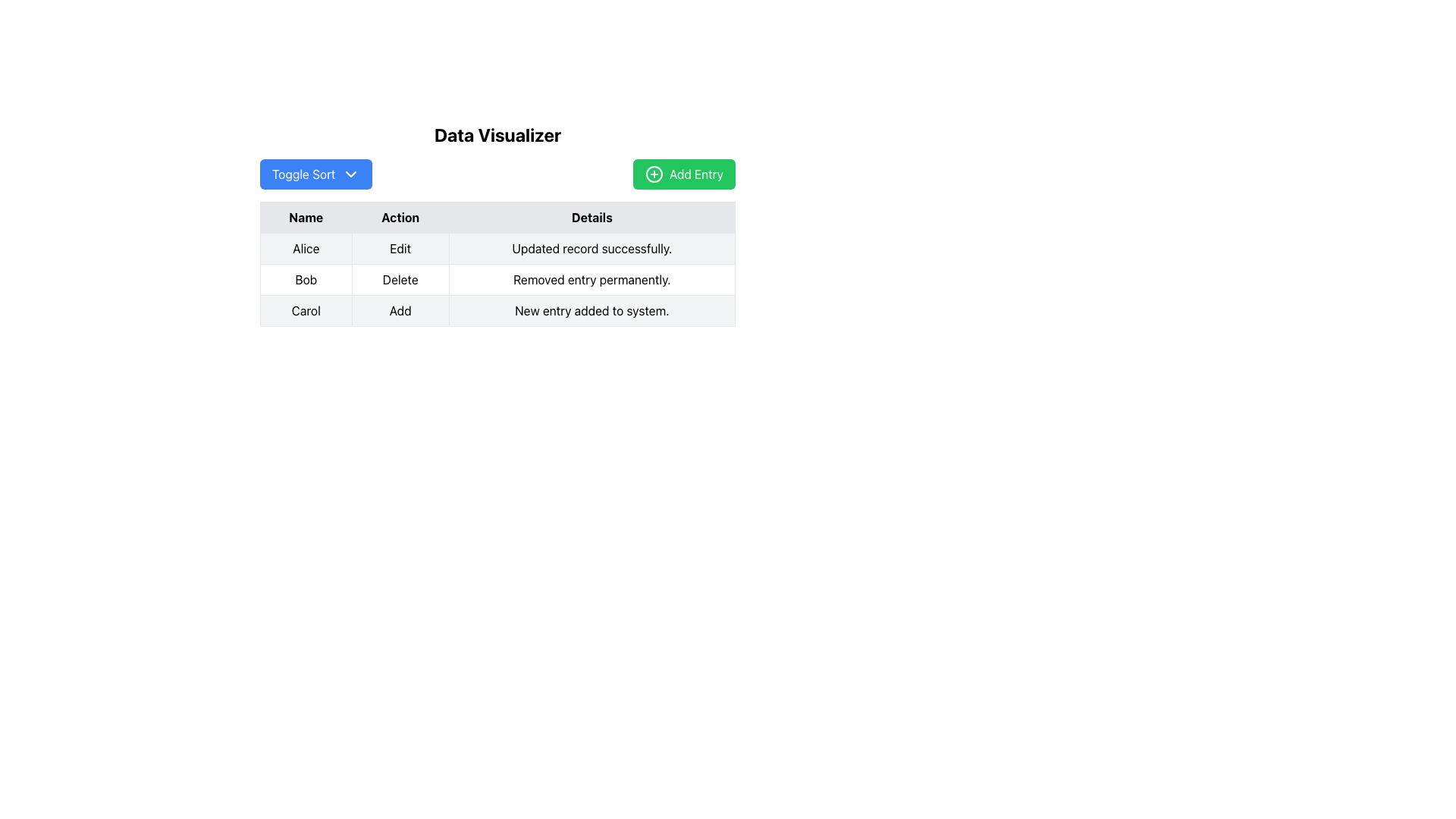 This screenshot has width=1456, height=819. Describe the element at coordinates (305, 309) in the screenshot. I see `the static text element displaying the name 'Carol' in the first column of the third row of the table under the 'Data Visualizer' header` at that location.